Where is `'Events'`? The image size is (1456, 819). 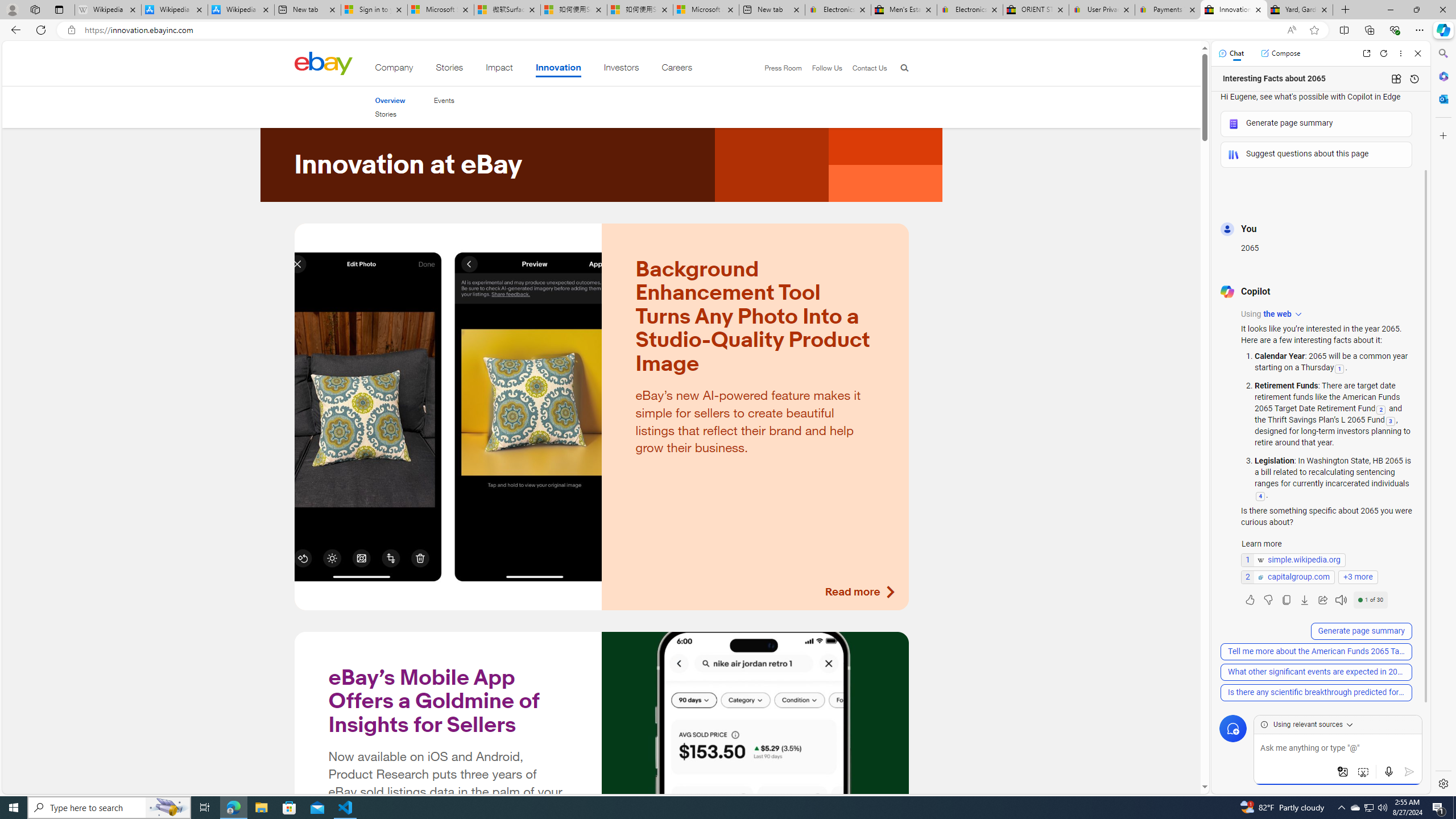
'Events' is located at coordinates (443, 100).